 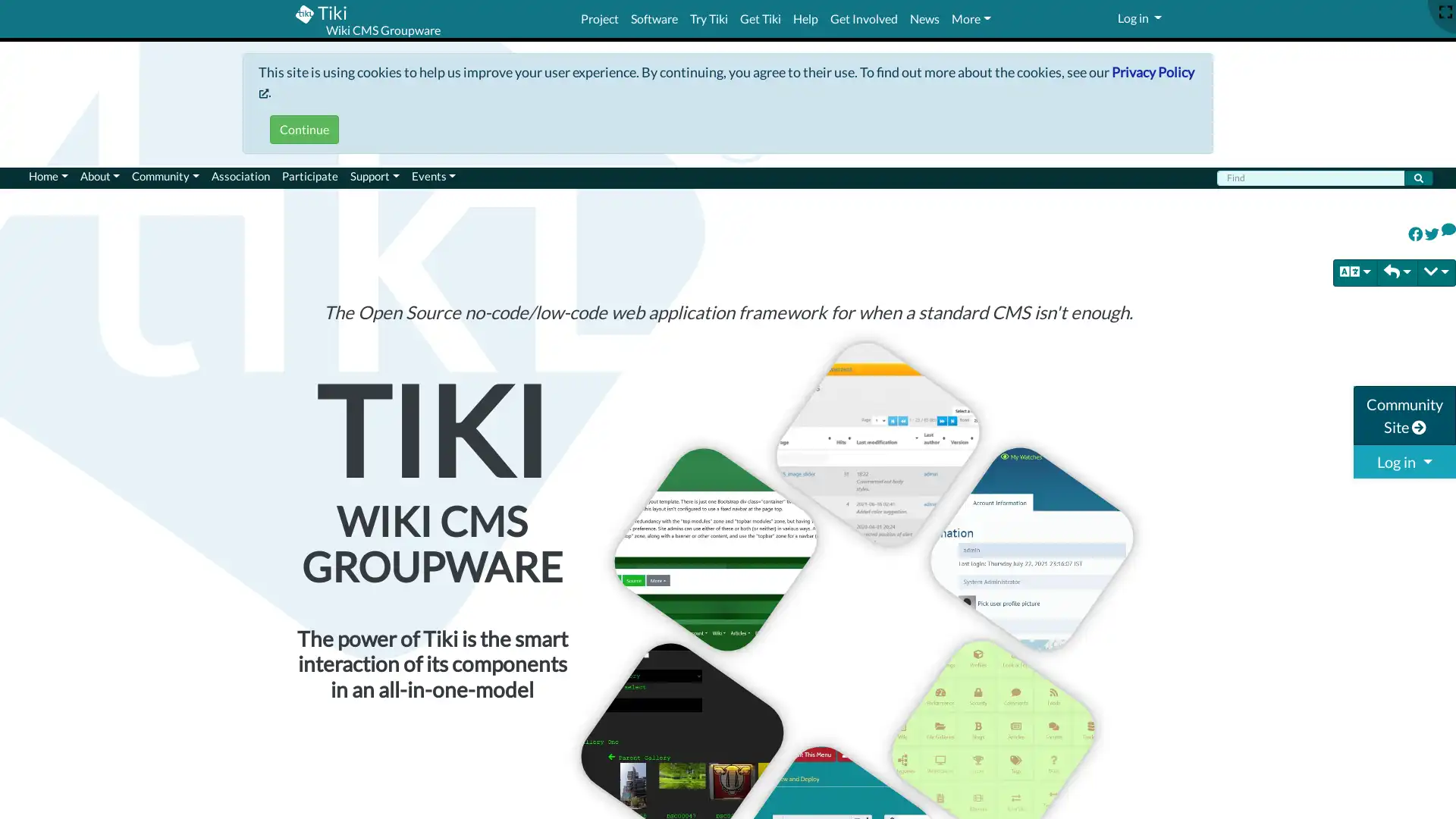 What do you see at coordinates (303, 127) in the screenshot?
I see `Continue` at bounding box center [303, 127].